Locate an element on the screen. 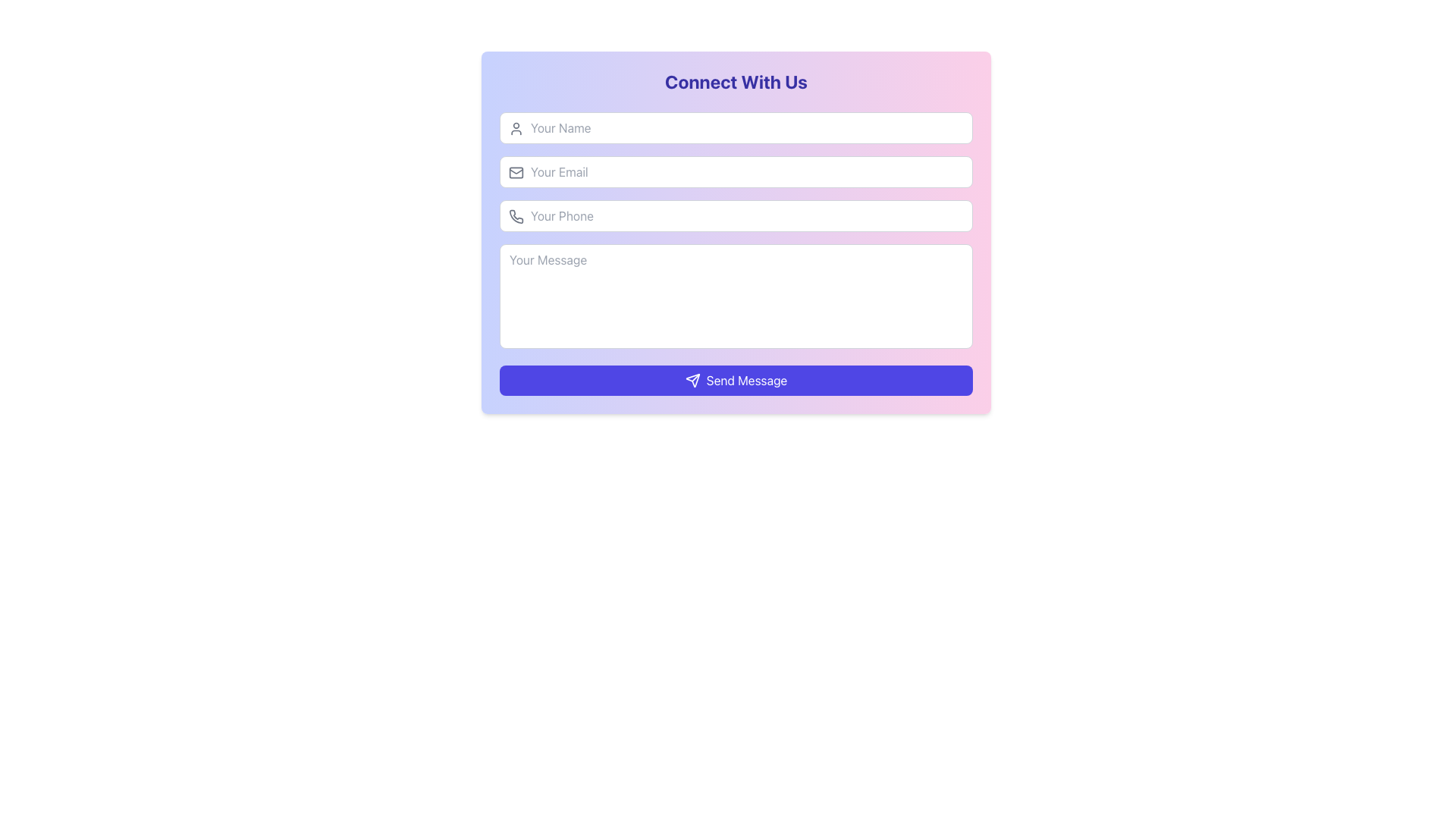 The width and height of the screenshot is (1456, 819). the gray outline icon of a user or avatar located in the upper left corner of the 'Your Name' text field is located at coordinates (516, 127).